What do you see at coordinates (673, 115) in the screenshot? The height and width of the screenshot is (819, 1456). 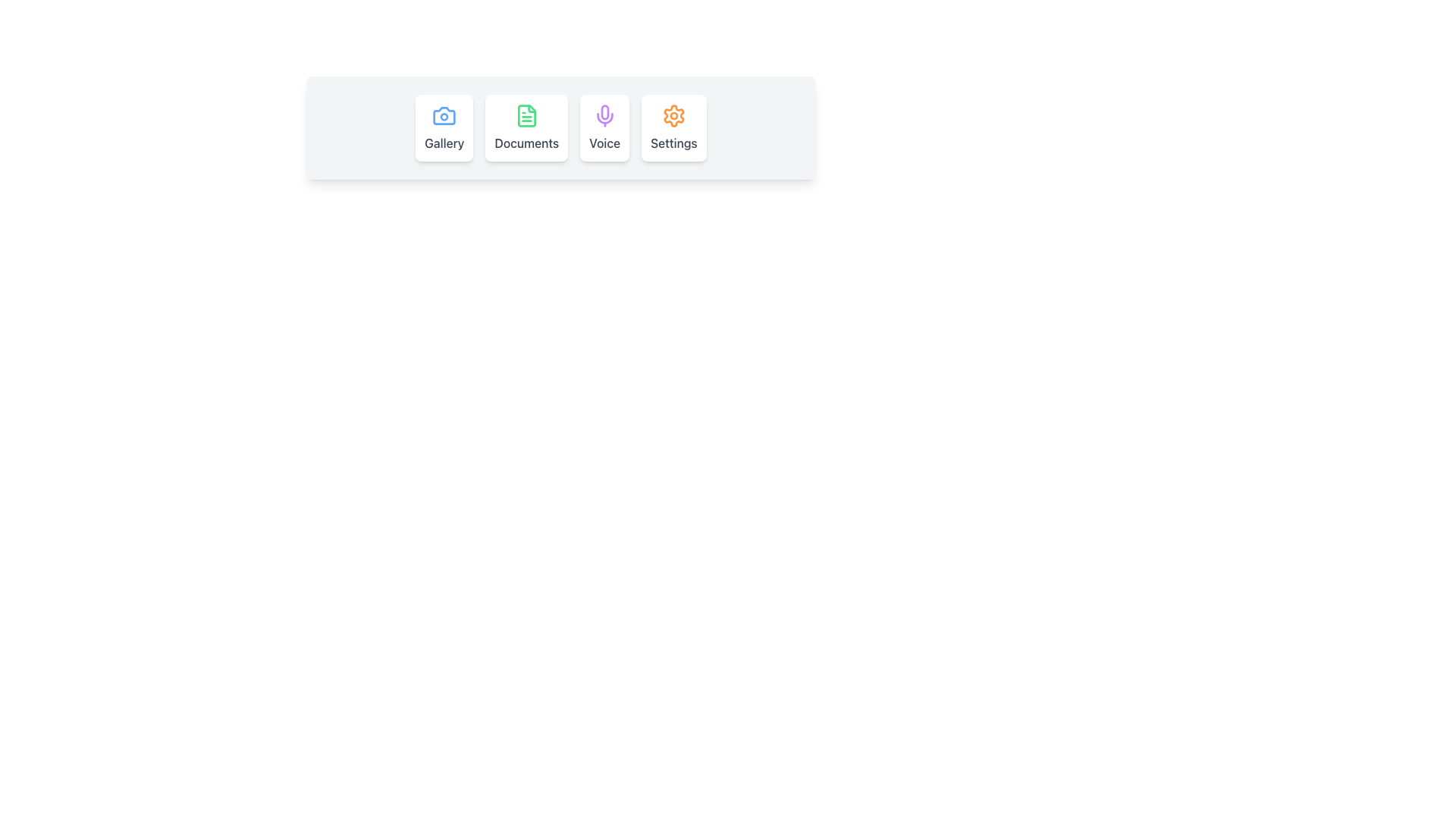 I see `the rightmost icon button in the toolbar` at bounding box center [673, 115].